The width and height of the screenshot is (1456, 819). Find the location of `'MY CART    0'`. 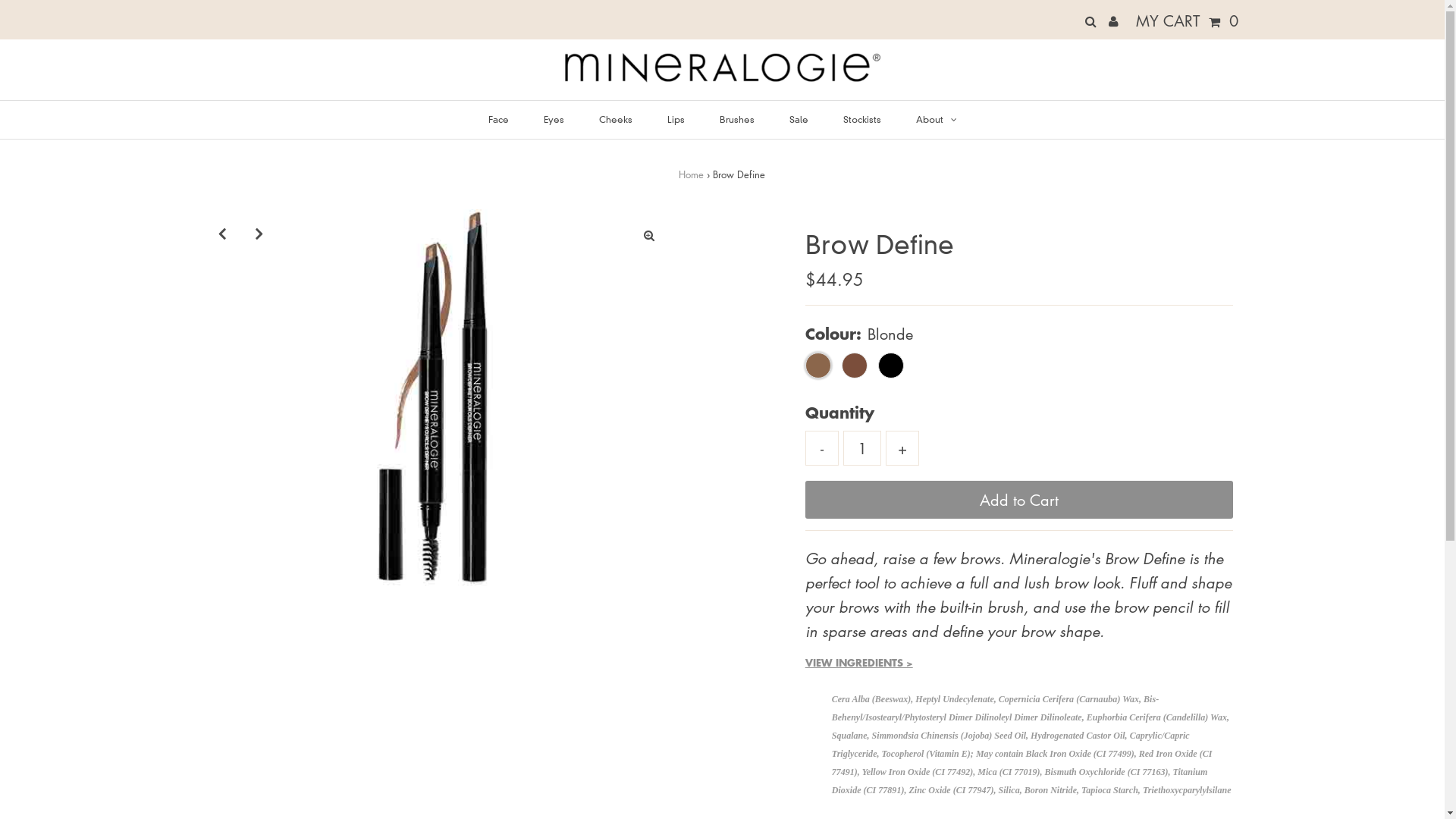

'MY CART    0' is located at coordinates (1131, 20).